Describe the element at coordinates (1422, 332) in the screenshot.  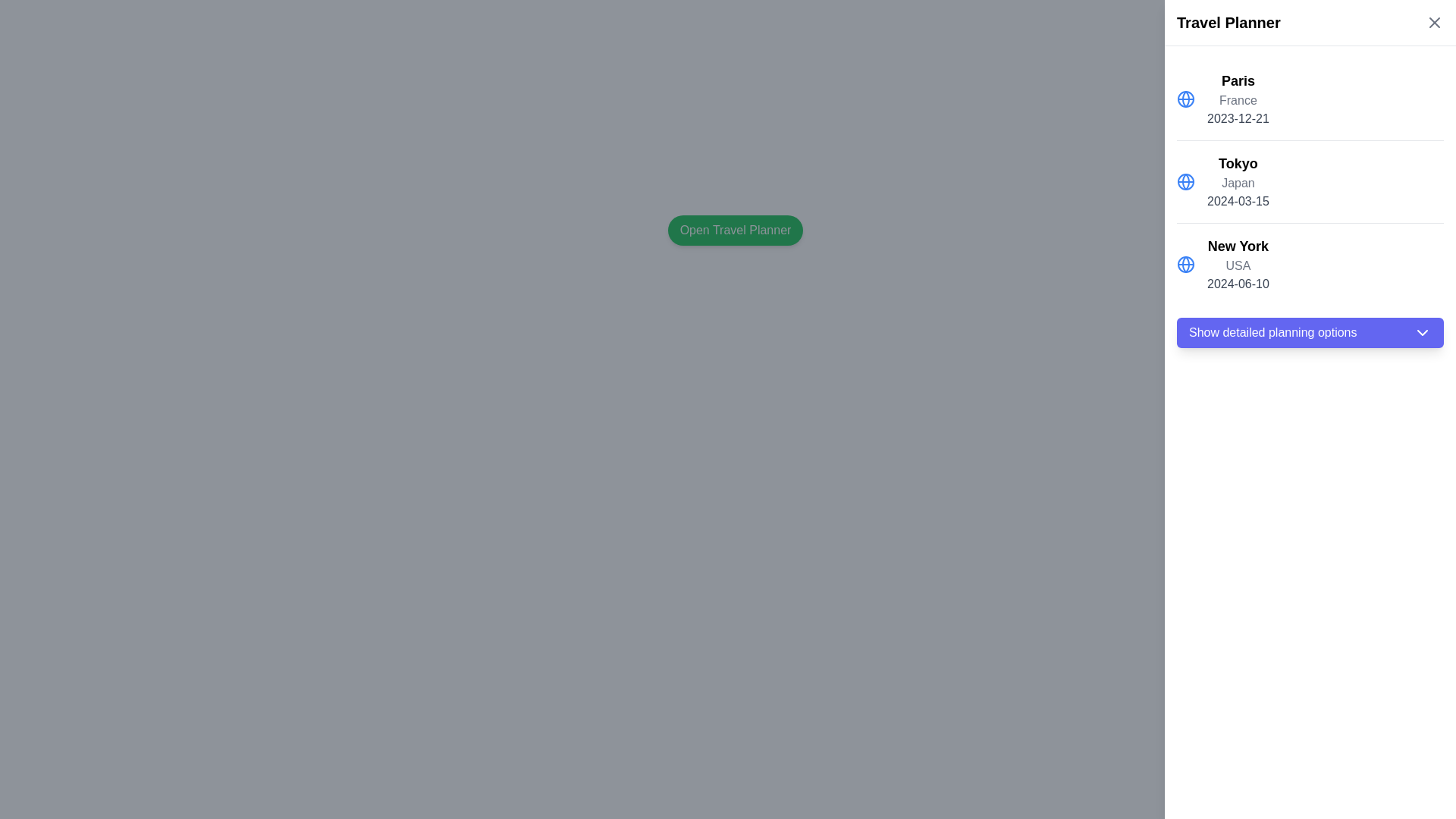
I see `the chevron icon located inside the 'Show detailed planning options' button` at that location.